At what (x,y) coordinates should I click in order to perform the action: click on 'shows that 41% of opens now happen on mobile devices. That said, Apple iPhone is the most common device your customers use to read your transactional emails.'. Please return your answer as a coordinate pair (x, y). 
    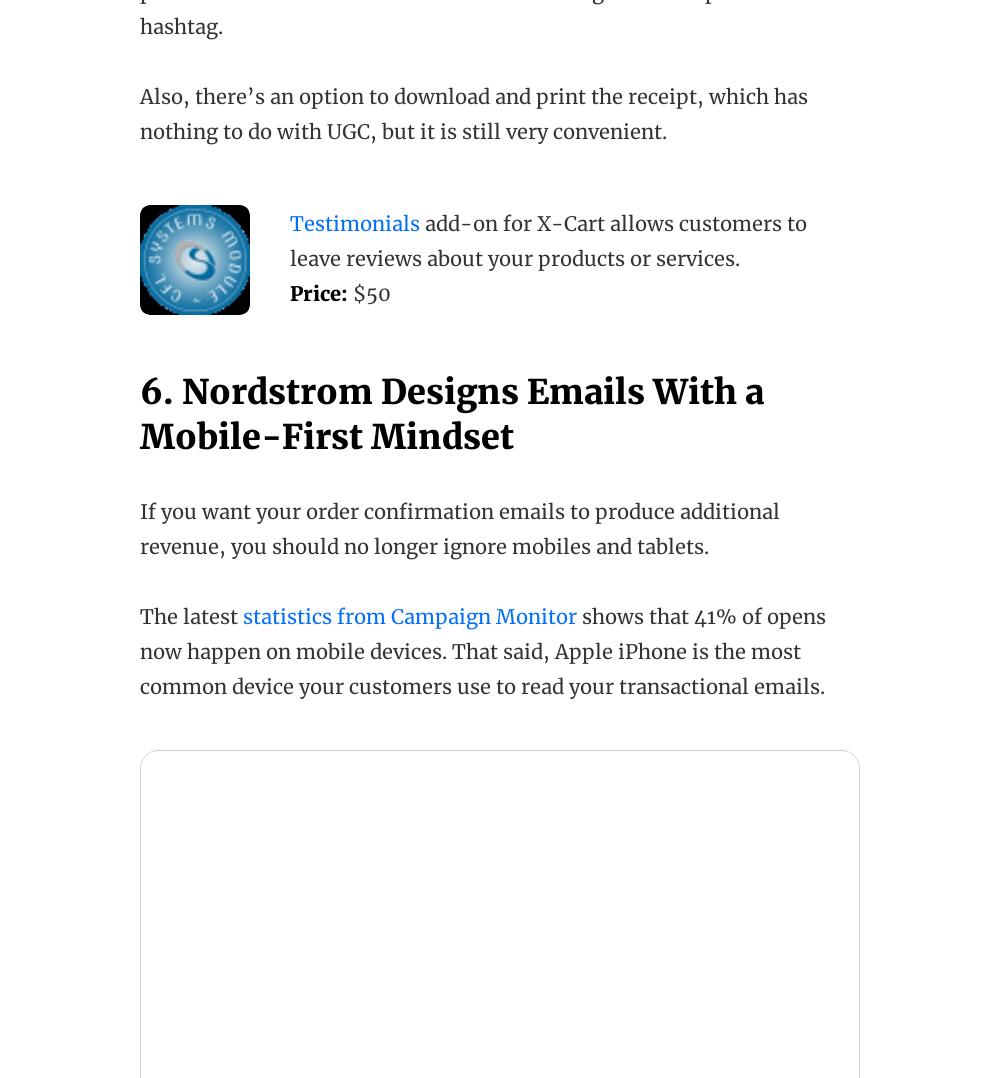
    Looking at the image, I should click on (482, 650).